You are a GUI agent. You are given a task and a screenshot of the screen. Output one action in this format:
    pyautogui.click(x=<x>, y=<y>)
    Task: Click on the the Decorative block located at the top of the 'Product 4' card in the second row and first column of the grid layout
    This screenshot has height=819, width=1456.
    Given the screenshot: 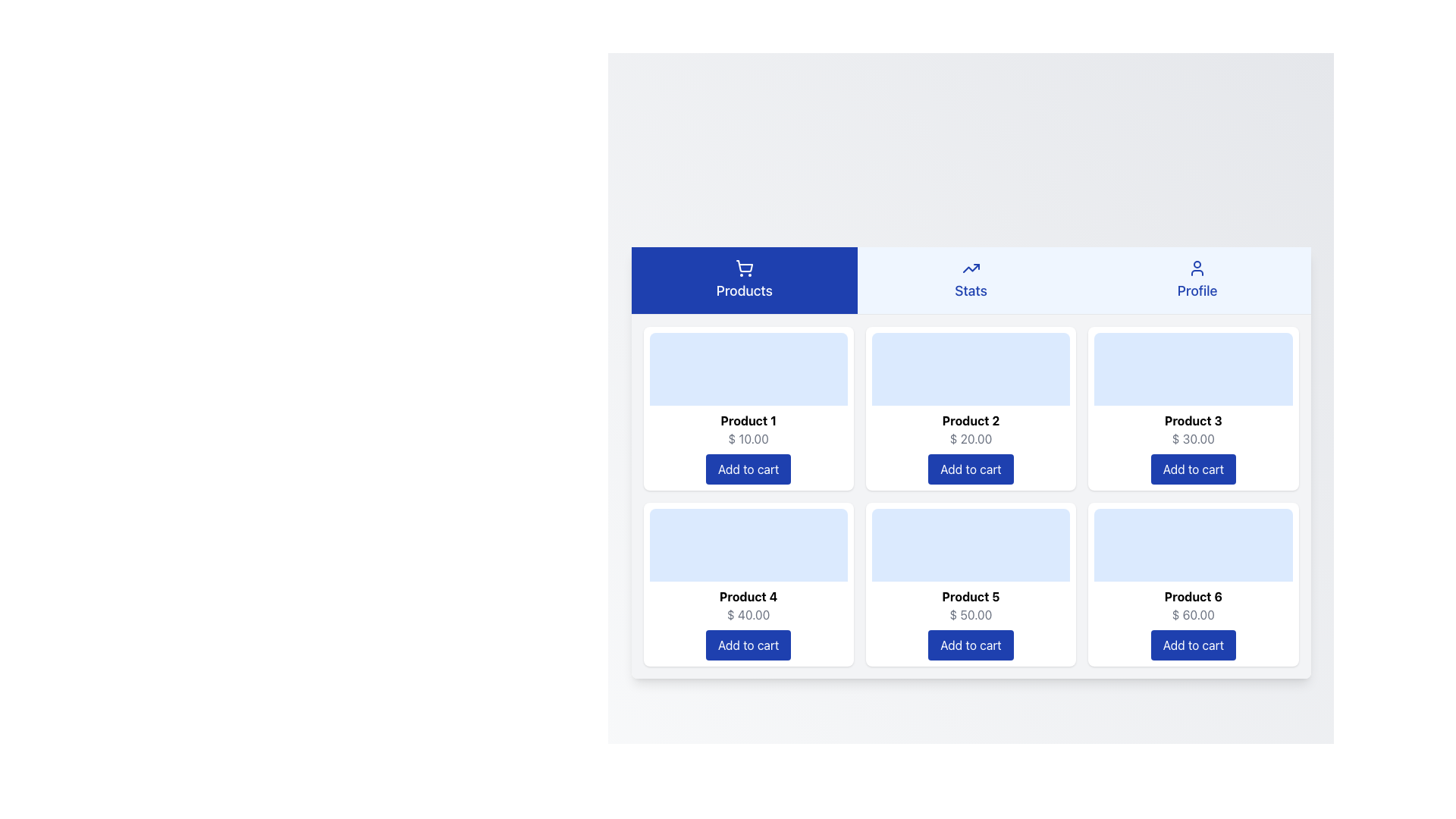 What is the action you would take?
    pyautogui.click(x=748, y=544)
    